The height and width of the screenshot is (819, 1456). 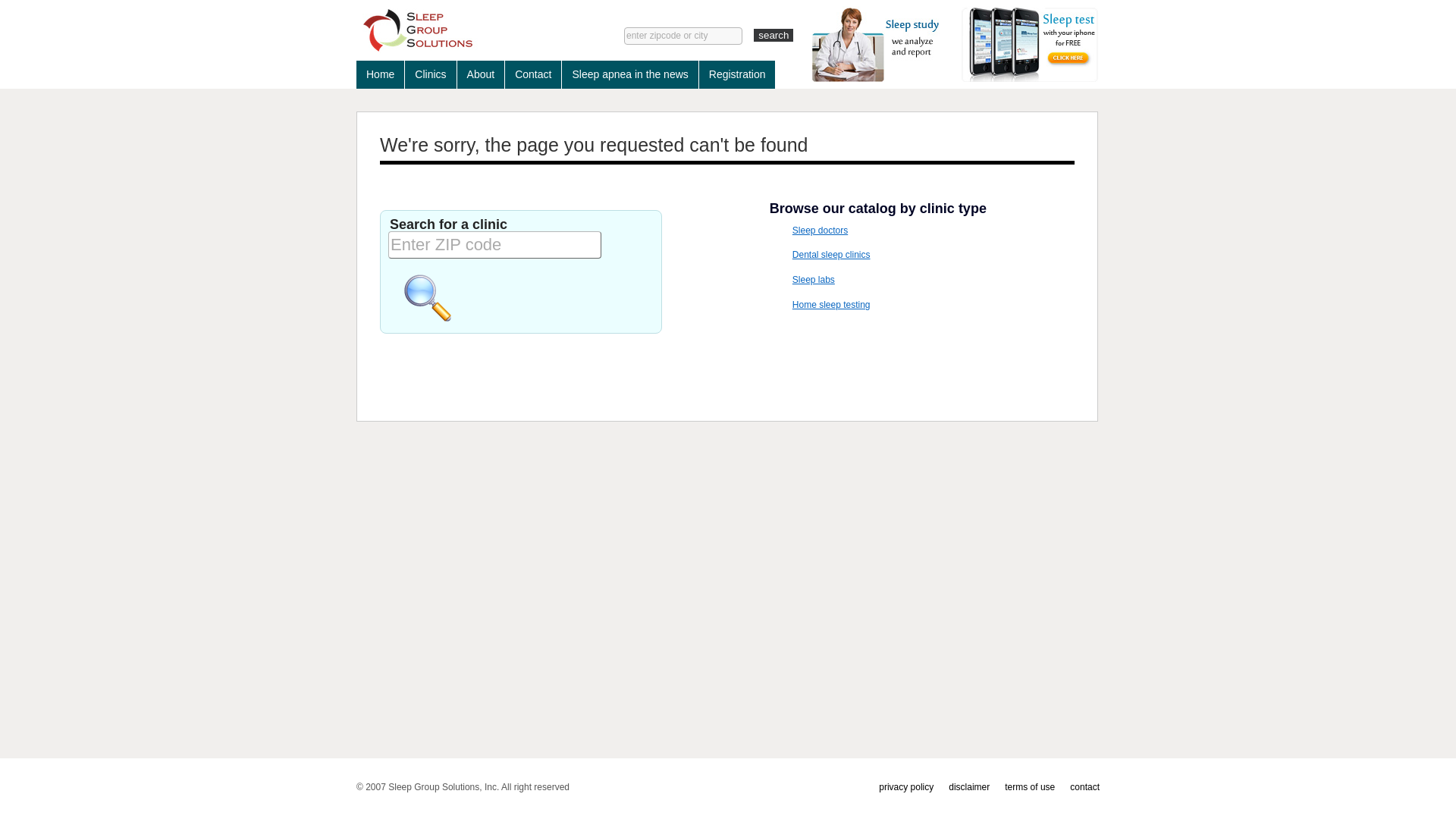 What do you see at coordinates (380, 74) in the screenshot?
I see `'Home'` at bounding box center [380, 74].